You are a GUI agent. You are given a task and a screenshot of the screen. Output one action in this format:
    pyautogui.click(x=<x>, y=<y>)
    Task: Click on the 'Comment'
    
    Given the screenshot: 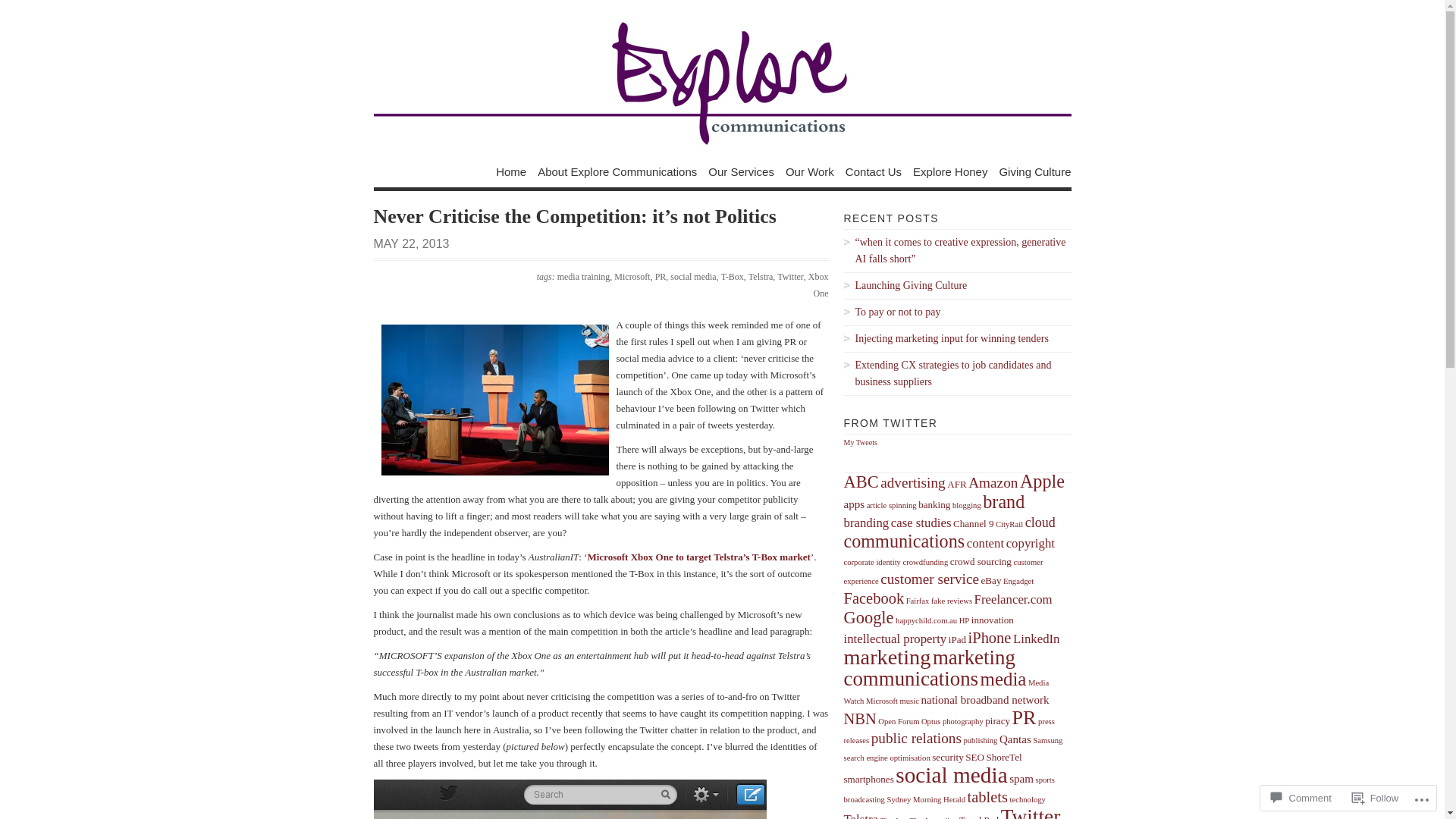 What is the action you would take?
    pyautogui.click(x=1265, y=797)
    